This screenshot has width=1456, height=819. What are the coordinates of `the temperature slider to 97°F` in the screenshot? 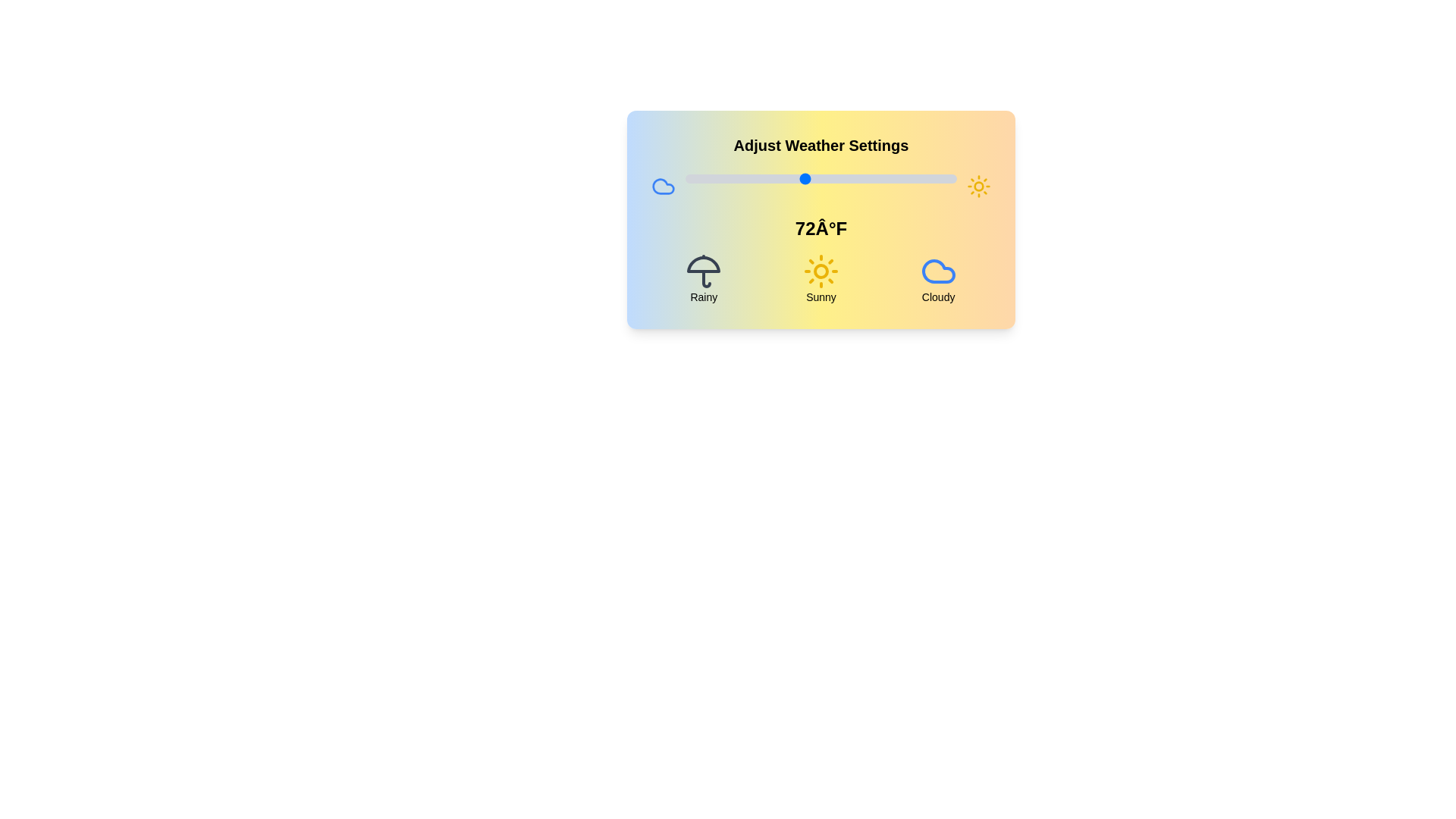 It's located at (940, 177).